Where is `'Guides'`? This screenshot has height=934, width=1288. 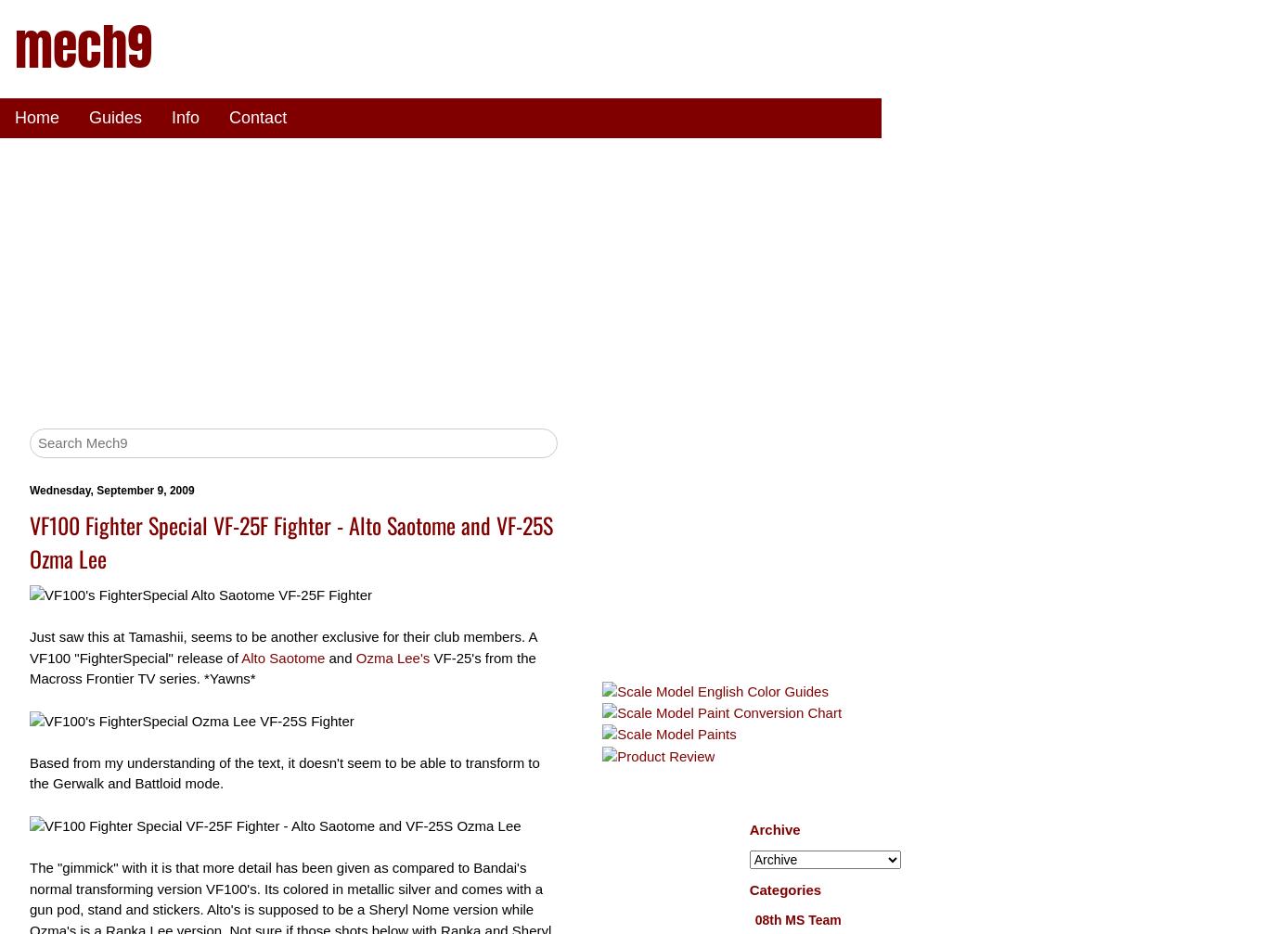 'Guides' is located at coordinates (115, 117).